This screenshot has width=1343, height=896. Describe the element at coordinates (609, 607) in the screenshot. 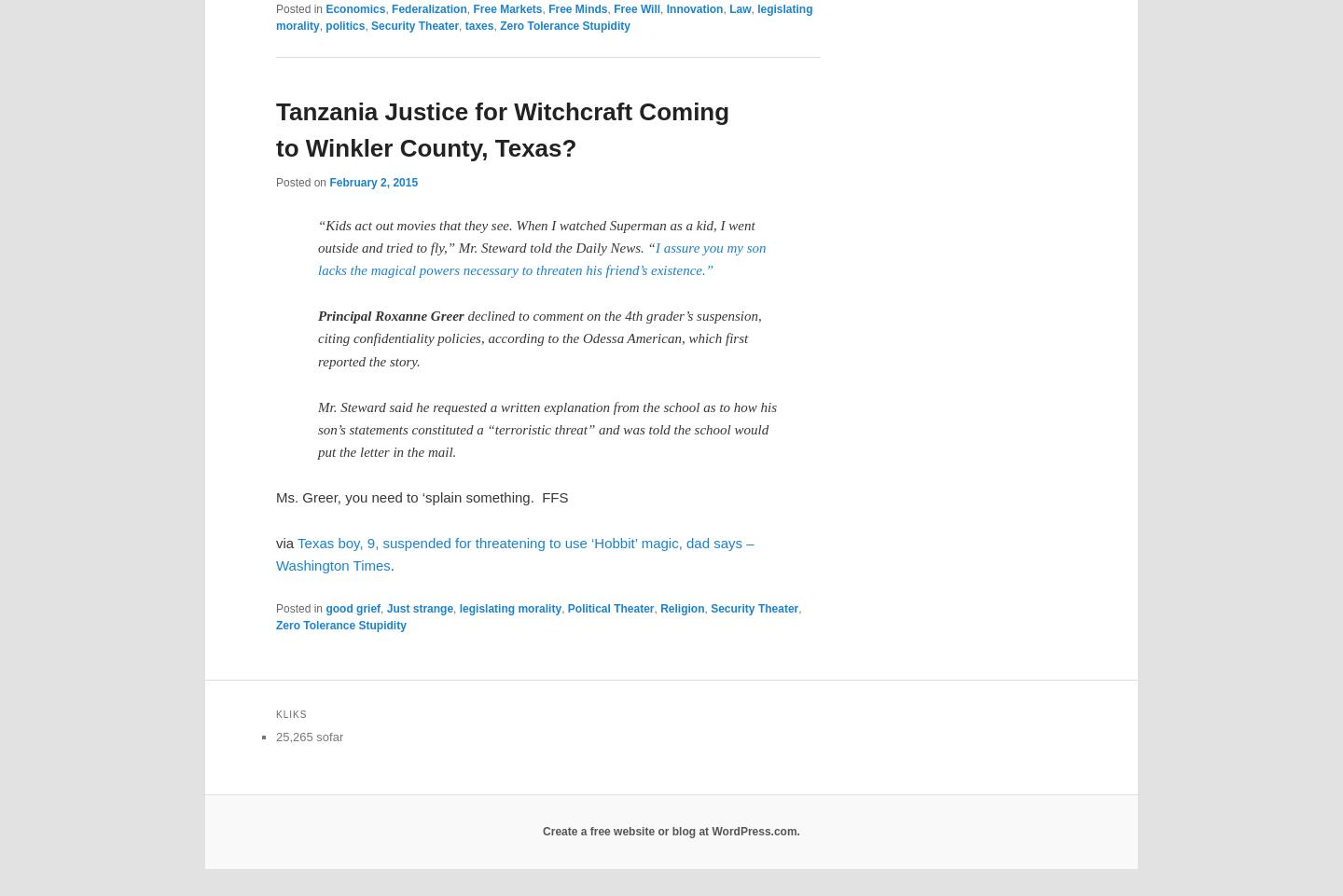

I see `'Political Theater'` at that location.